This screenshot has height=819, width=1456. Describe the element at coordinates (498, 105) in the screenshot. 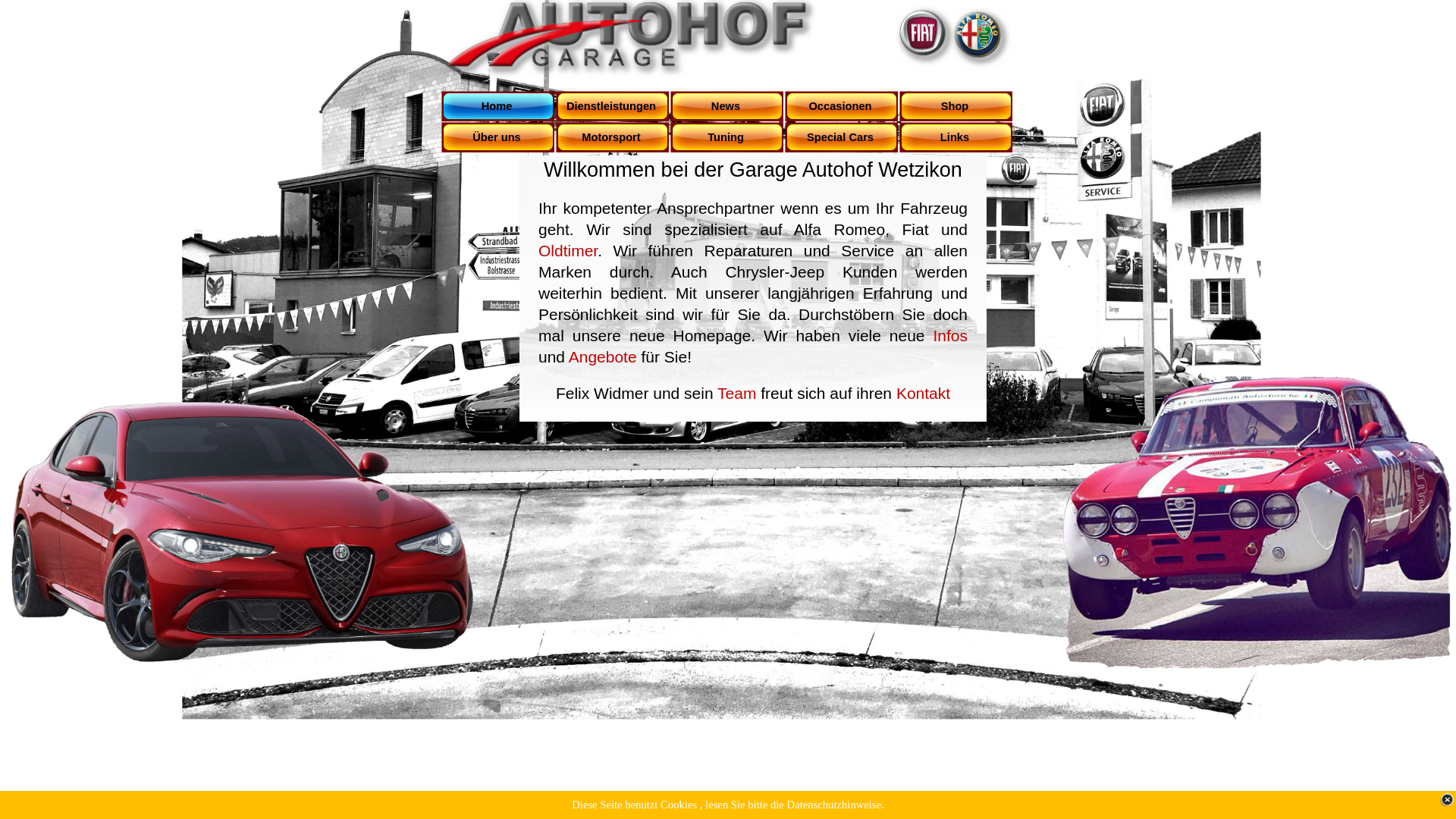

I see `'Home'` at that location.